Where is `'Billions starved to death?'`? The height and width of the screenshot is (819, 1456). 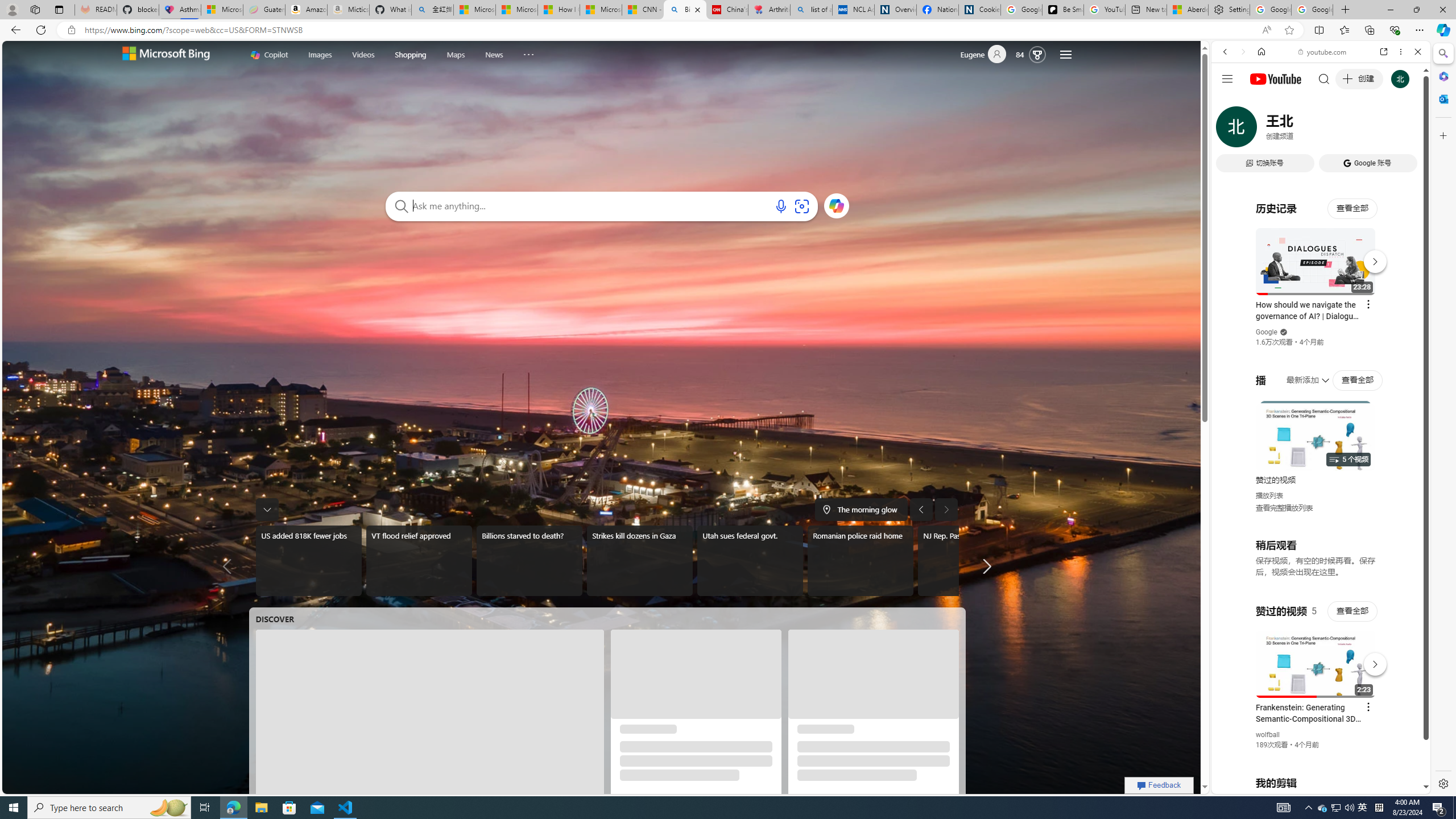
'Billions starved to death?' is located at coordinates (528, 560).